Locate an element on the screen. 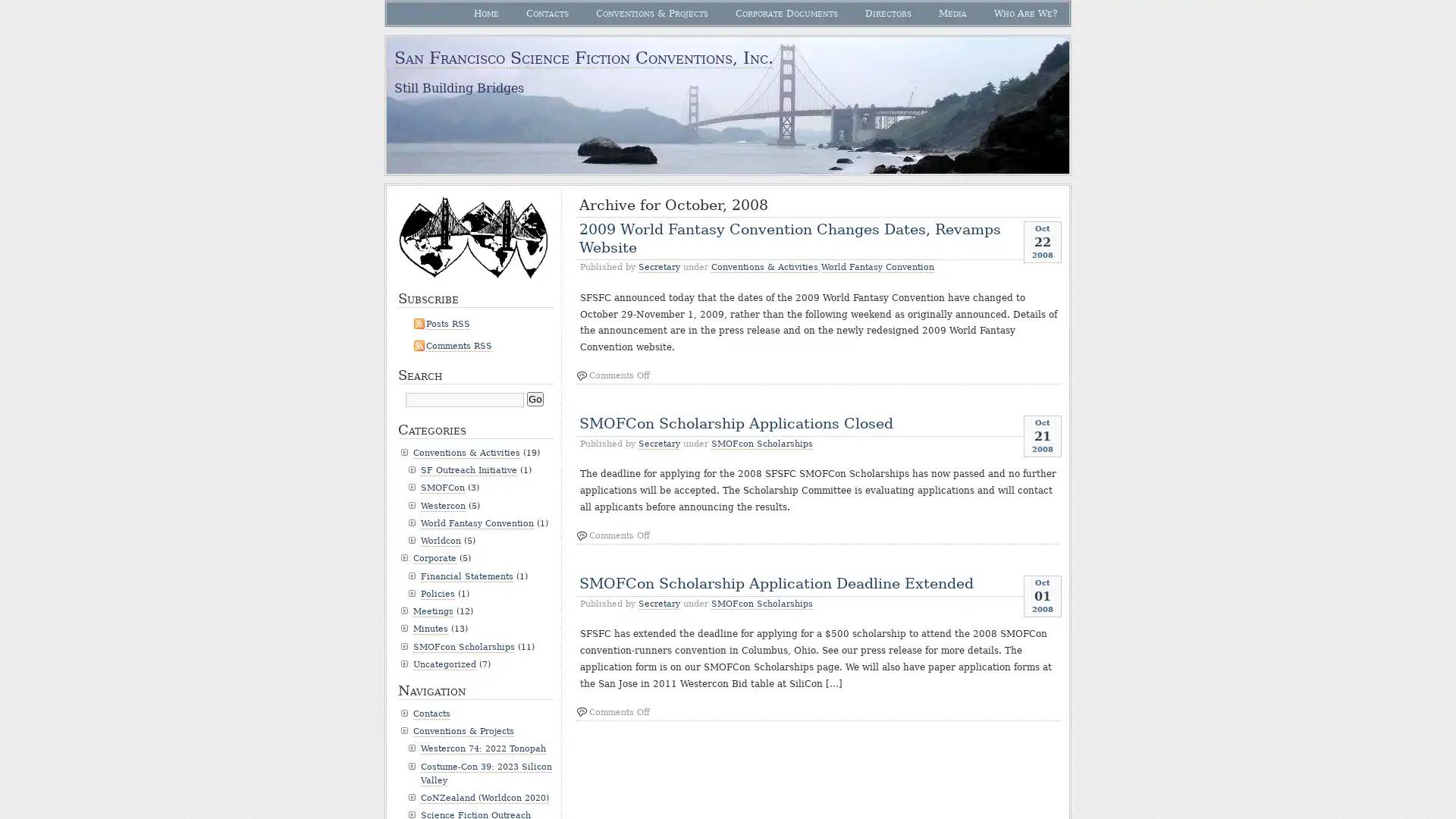  Go is located at coordinates (535, 397).